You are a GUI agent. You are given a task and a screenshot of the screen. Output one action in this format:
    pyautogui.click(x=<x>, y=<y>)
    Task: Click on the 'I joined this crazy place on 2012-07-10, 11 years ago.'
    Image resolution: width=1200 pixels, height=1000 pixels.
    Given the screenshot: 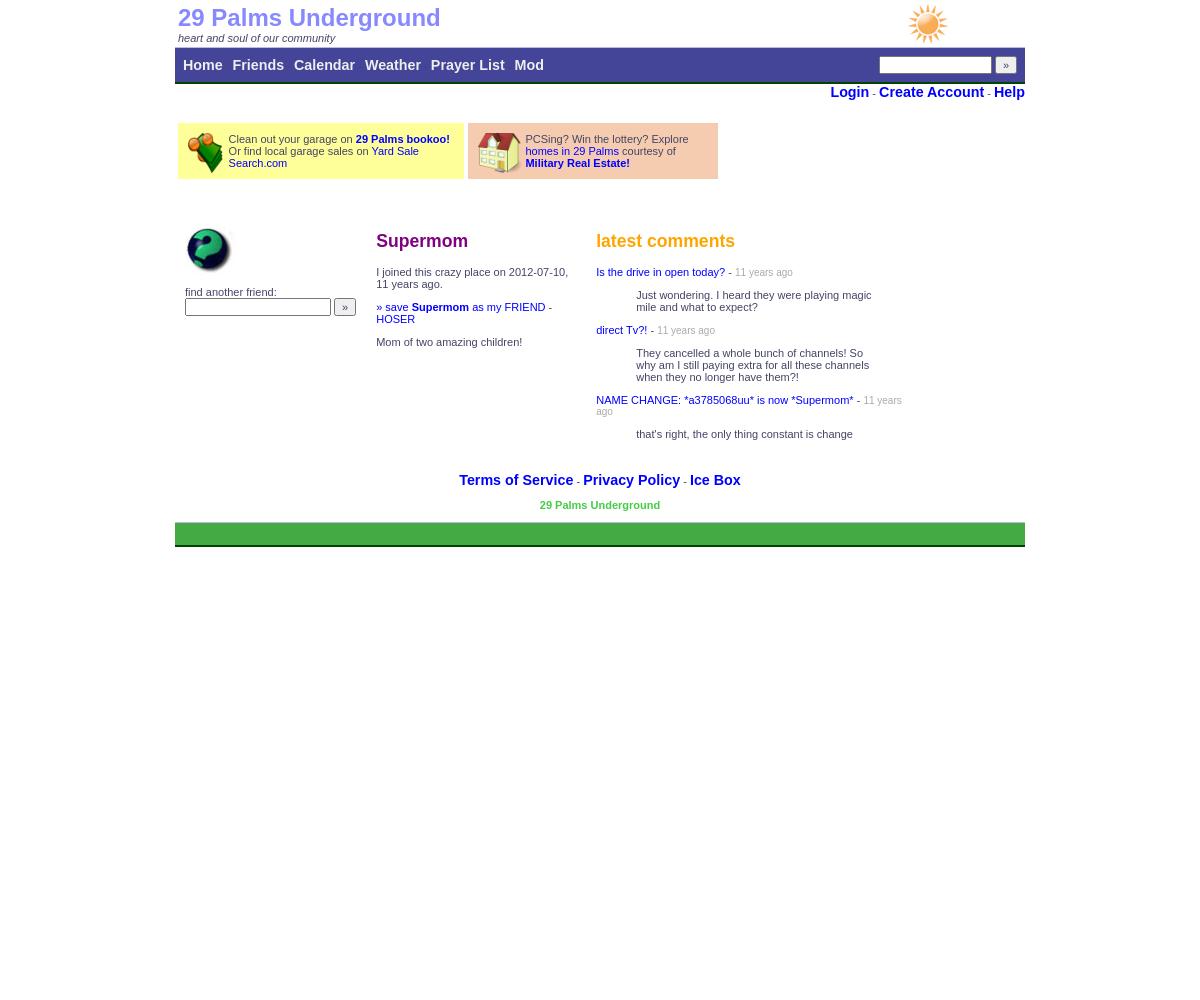 What is the action you would take?
    pyautogui.click(x=470, y=278)
    